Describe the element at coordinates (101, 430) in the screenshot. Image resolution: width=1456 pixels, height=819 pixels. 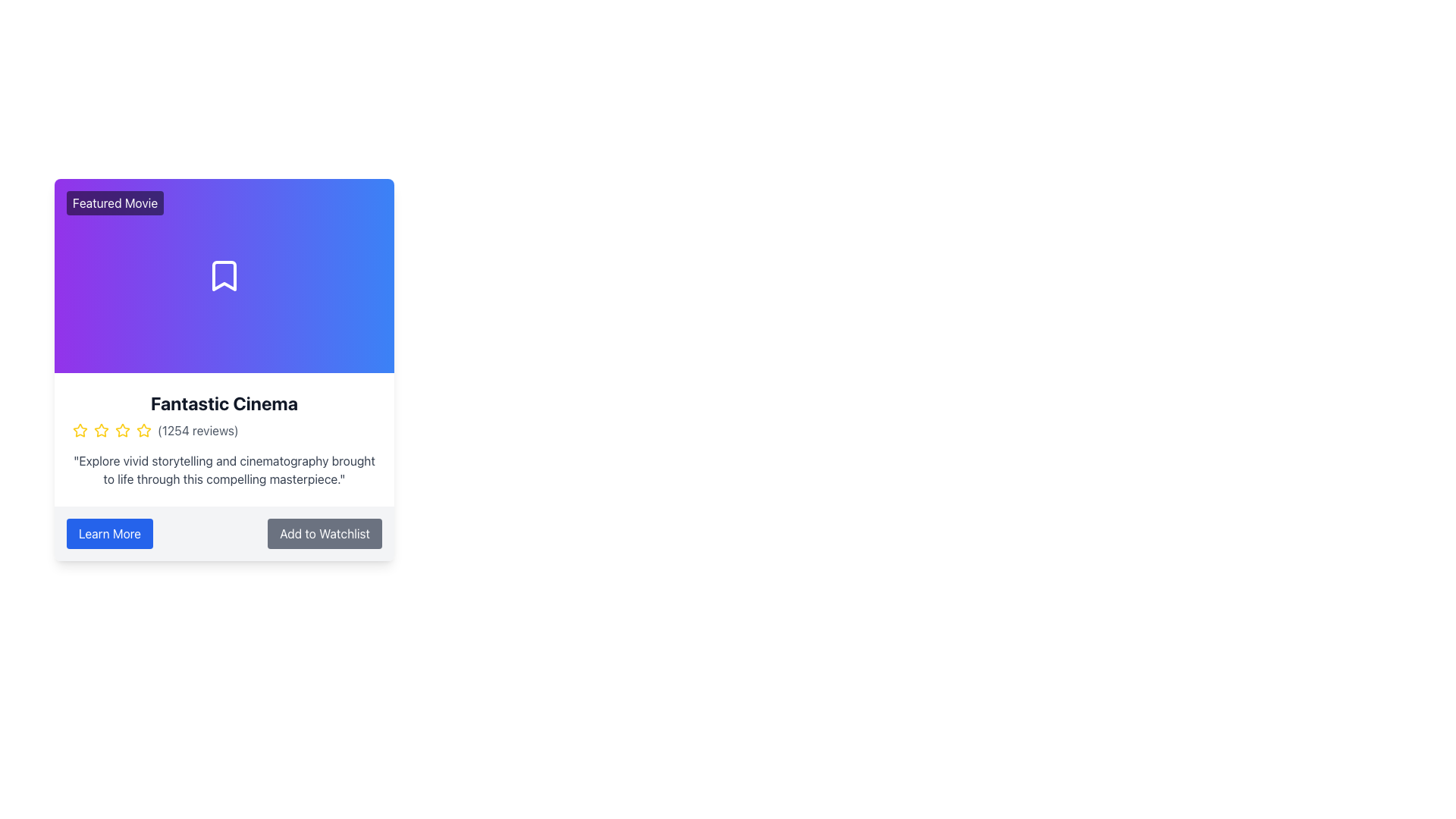
I see `the second star-shaped rating icon with a yellow border and white fill, located below the title 'Fantastic Cinema' and above the rating details` at that location.